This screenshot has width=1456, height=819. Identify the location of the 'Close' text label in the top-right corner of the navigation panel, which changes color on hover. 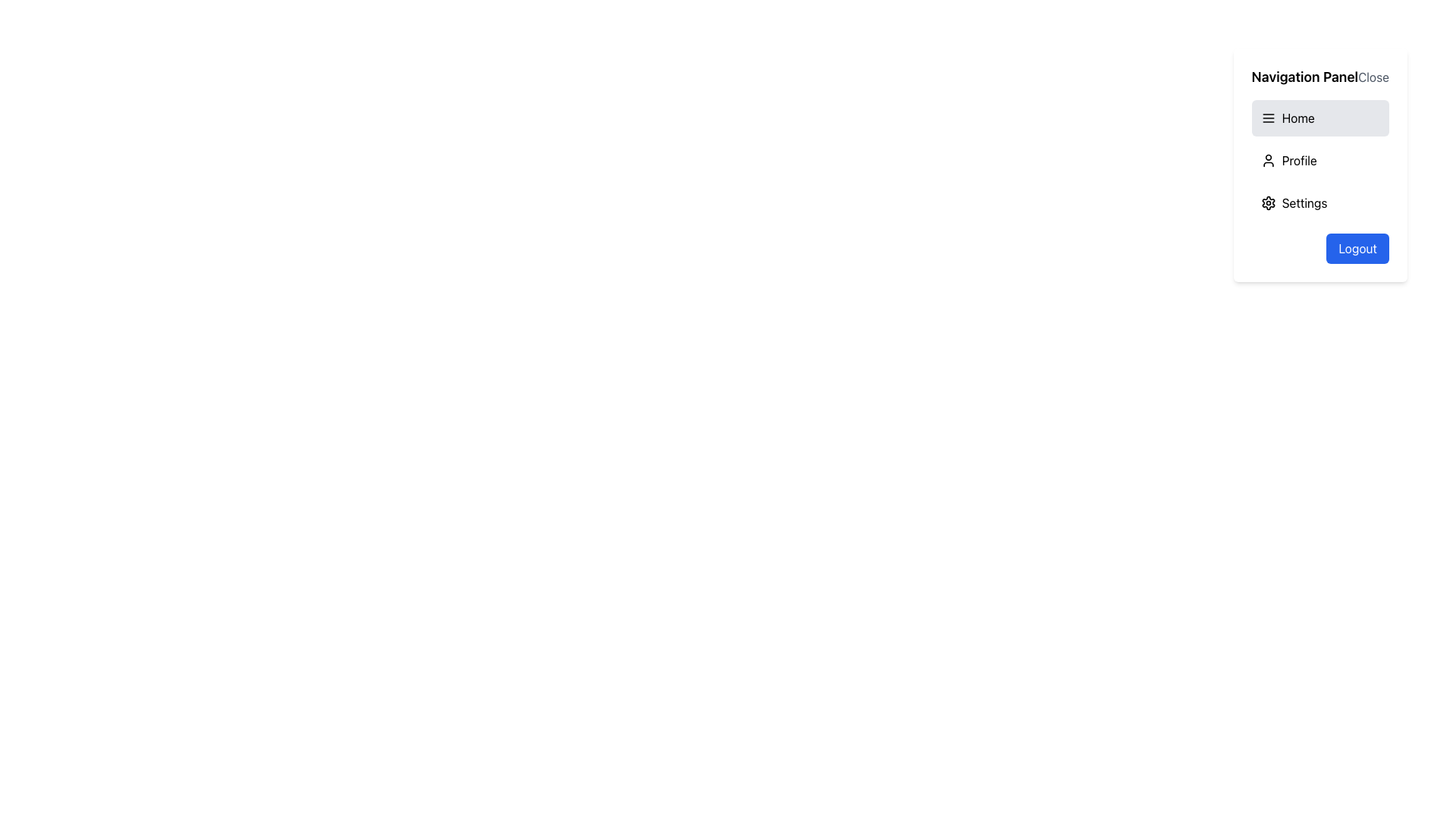
(1373, 77).